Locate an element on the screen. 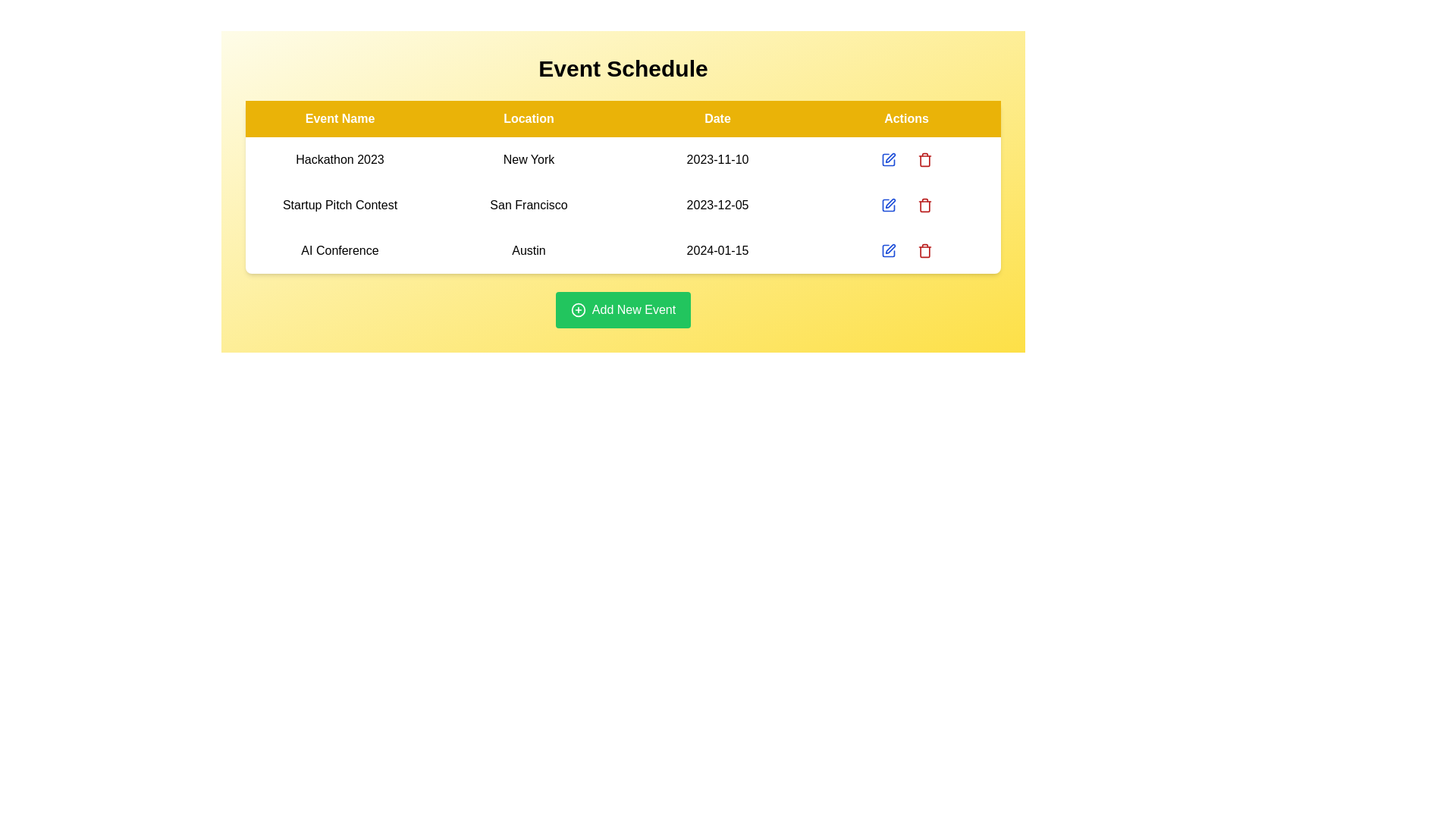 The width and height of the screenshot is (1456, 819). the edit button for the event AI Conference is located at coordinates (888, 250).